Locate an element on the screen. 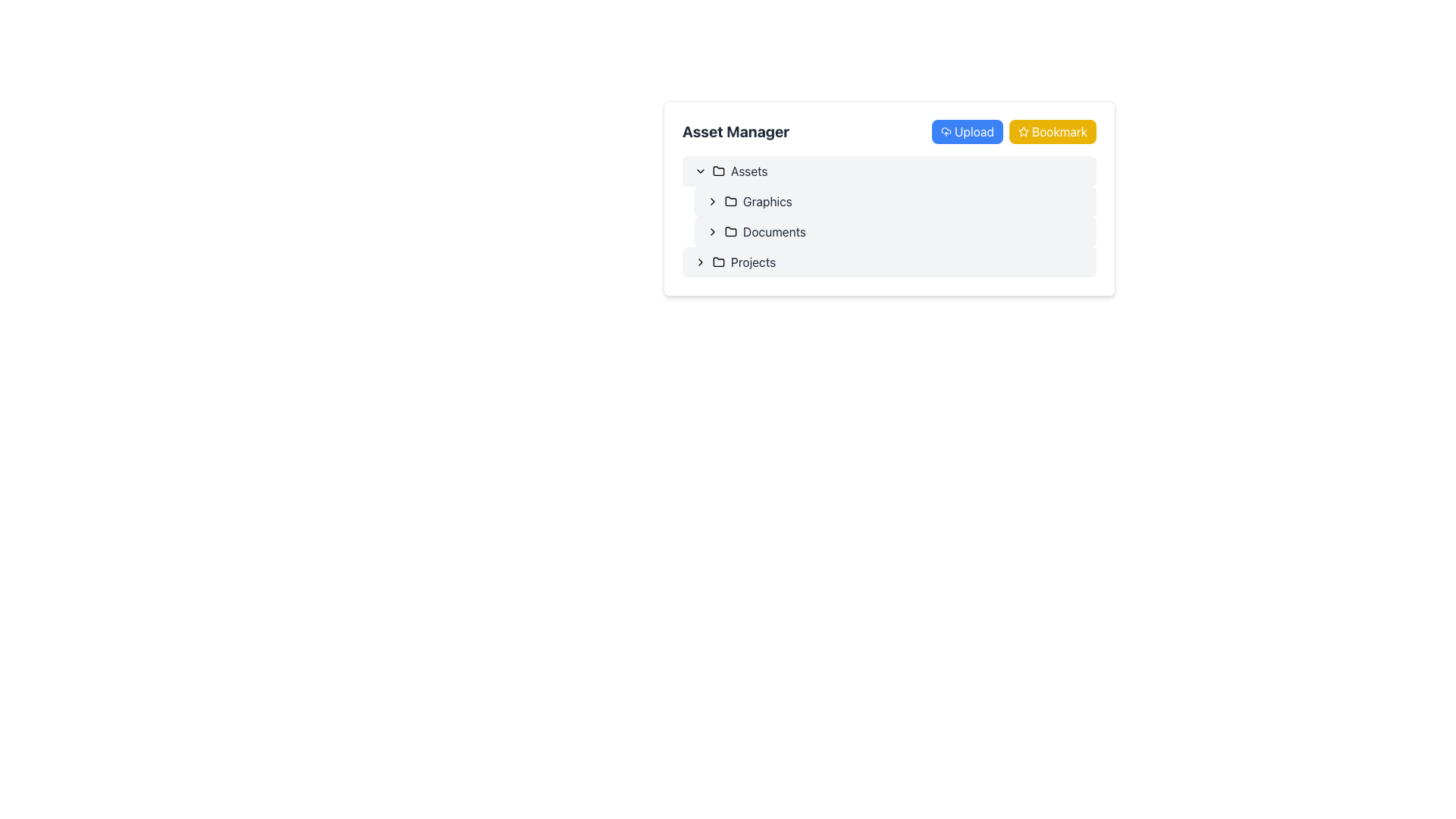 This screenshot has width=1456, height=819. the folder icon located next to the 'Graphics' label in the menu tree under 'Asset Manager' is located at coordinates (731, 200).